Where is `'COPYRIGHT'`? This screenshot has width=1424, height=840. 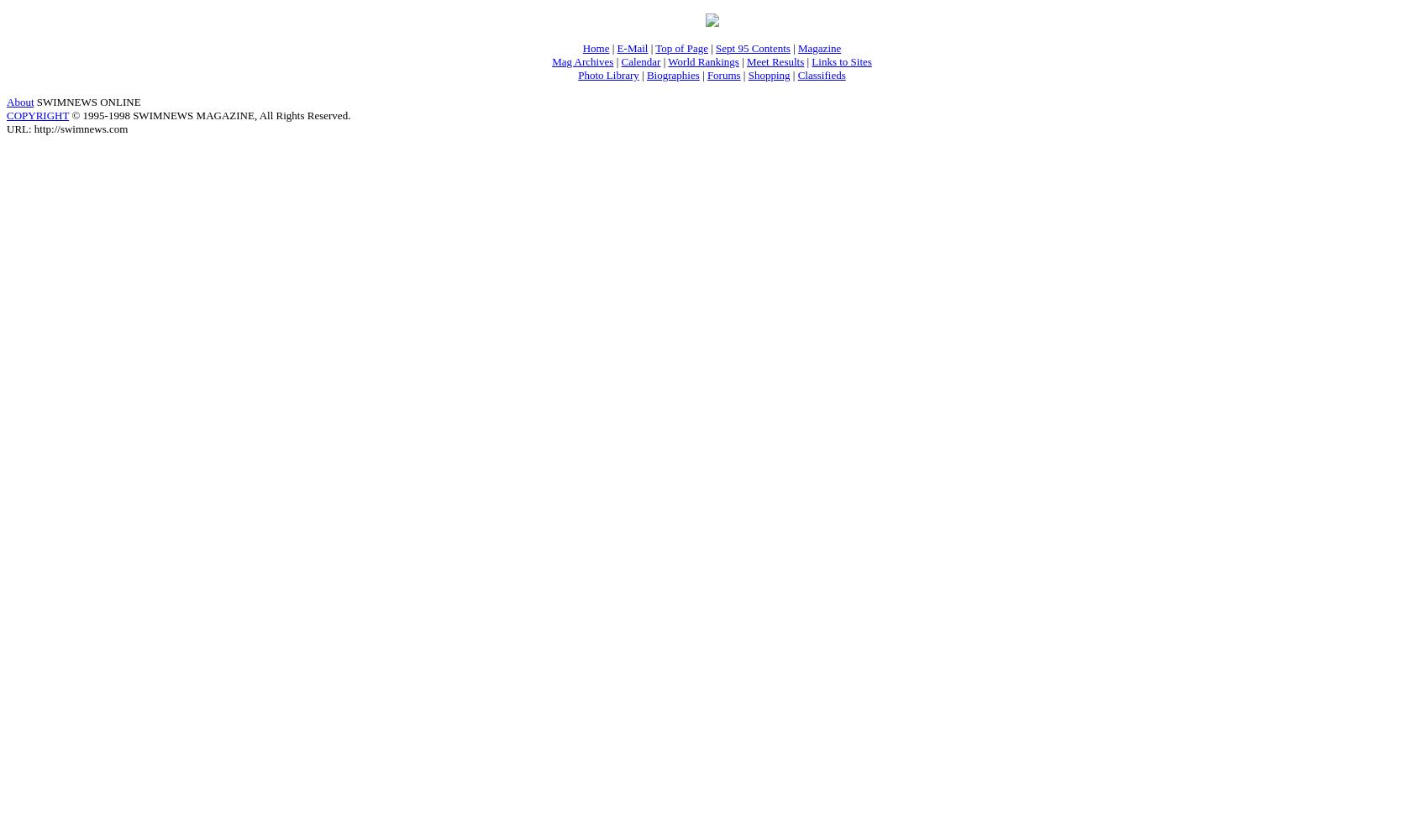
'COPYRIGHT' is located at coordinates (37, 114).